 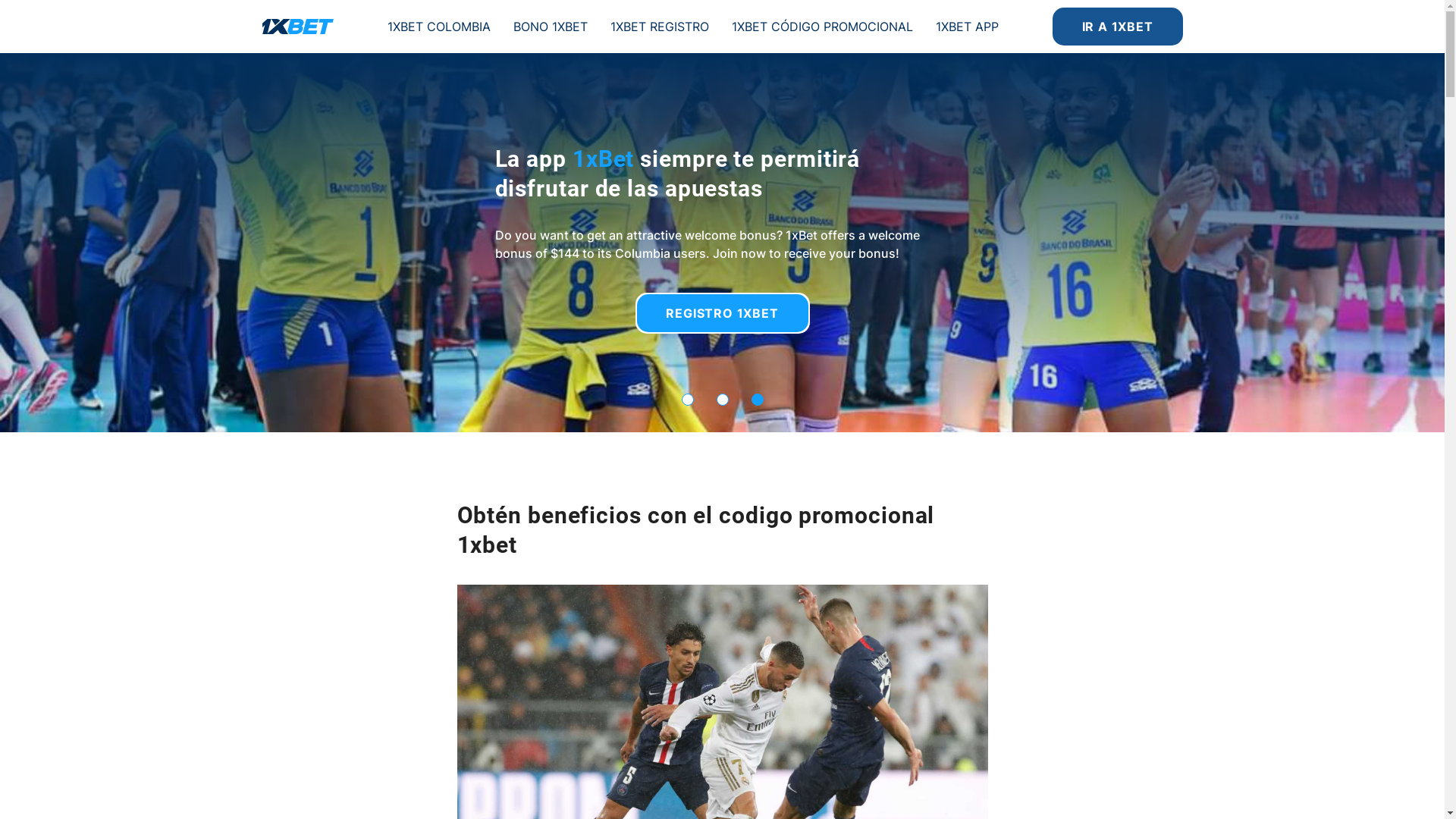 I want to click on '1XBET COLOMBIA', so click(x=386, y=26).